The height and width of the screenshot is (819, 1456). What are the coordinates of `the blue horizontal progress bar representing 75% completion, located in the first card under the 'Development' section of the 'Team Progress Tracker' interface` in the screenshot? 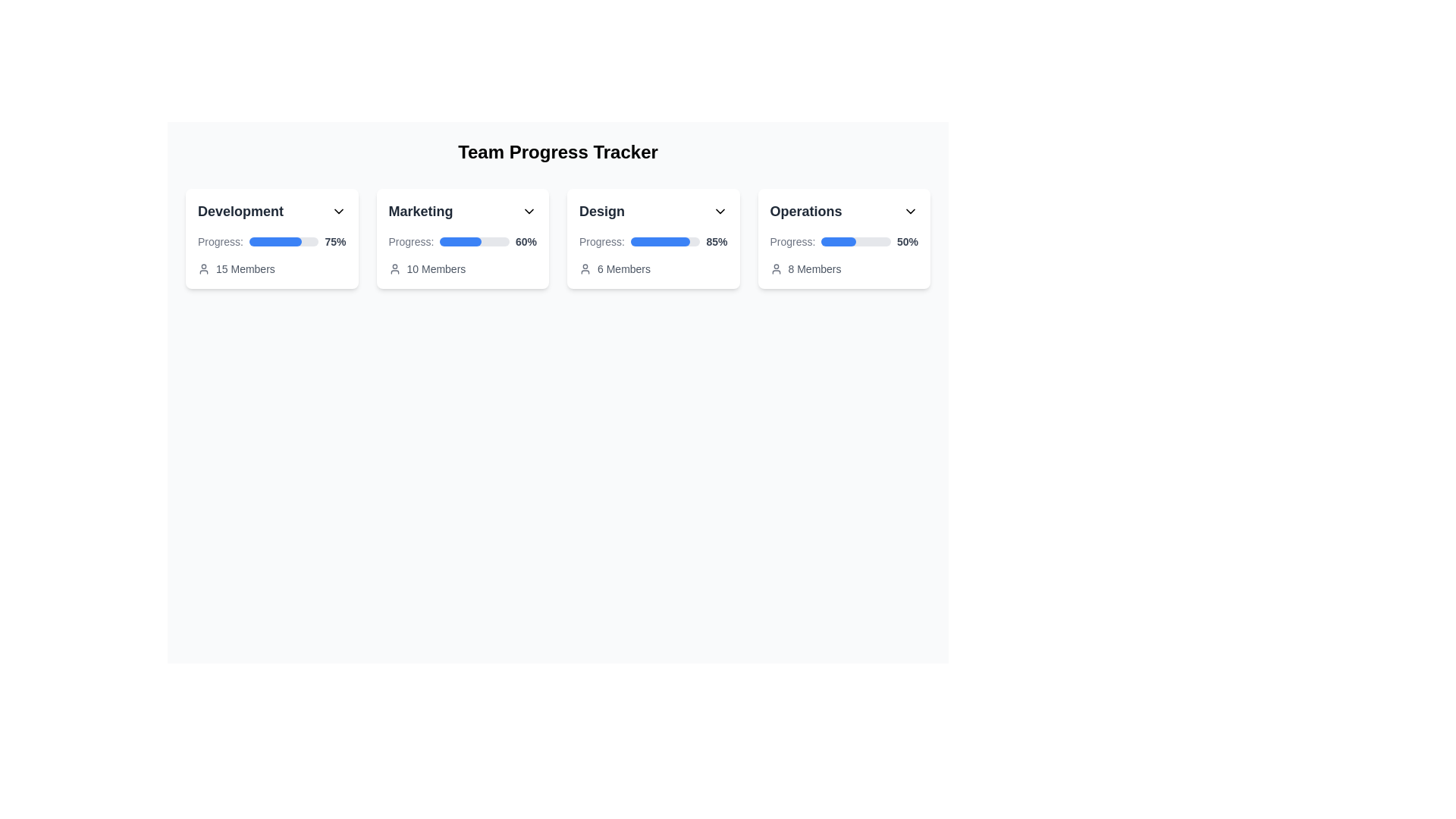 It's located at (275, 241).